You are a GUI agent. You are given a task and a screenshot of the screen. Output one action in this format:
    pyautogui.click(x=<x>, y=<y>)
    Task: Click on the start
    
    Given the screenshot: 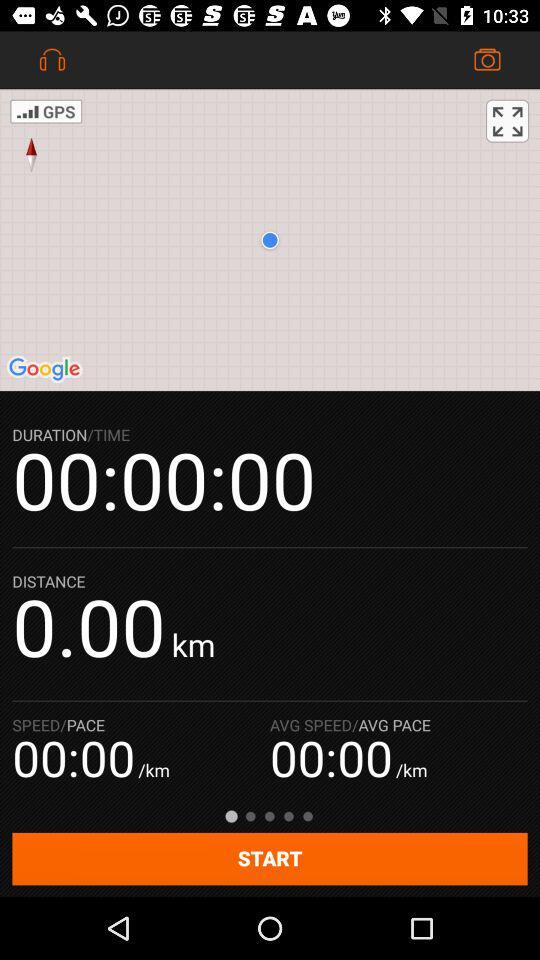 What is the action you would take?
    pyautogui.click(x=270, y=858)
    